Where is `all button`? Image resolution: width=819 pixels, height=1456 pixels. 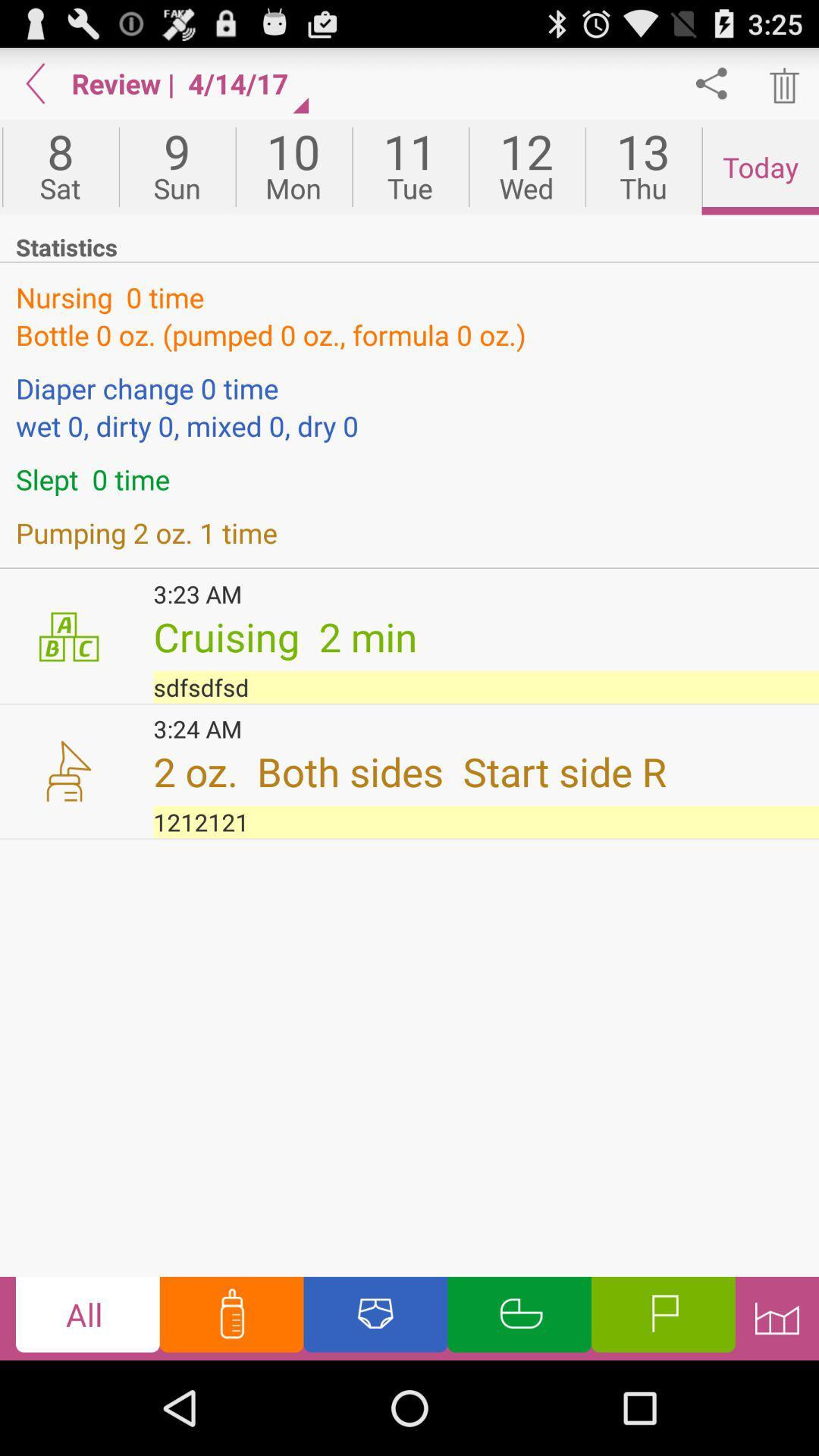
all button is located at coordinates (87, 1317).